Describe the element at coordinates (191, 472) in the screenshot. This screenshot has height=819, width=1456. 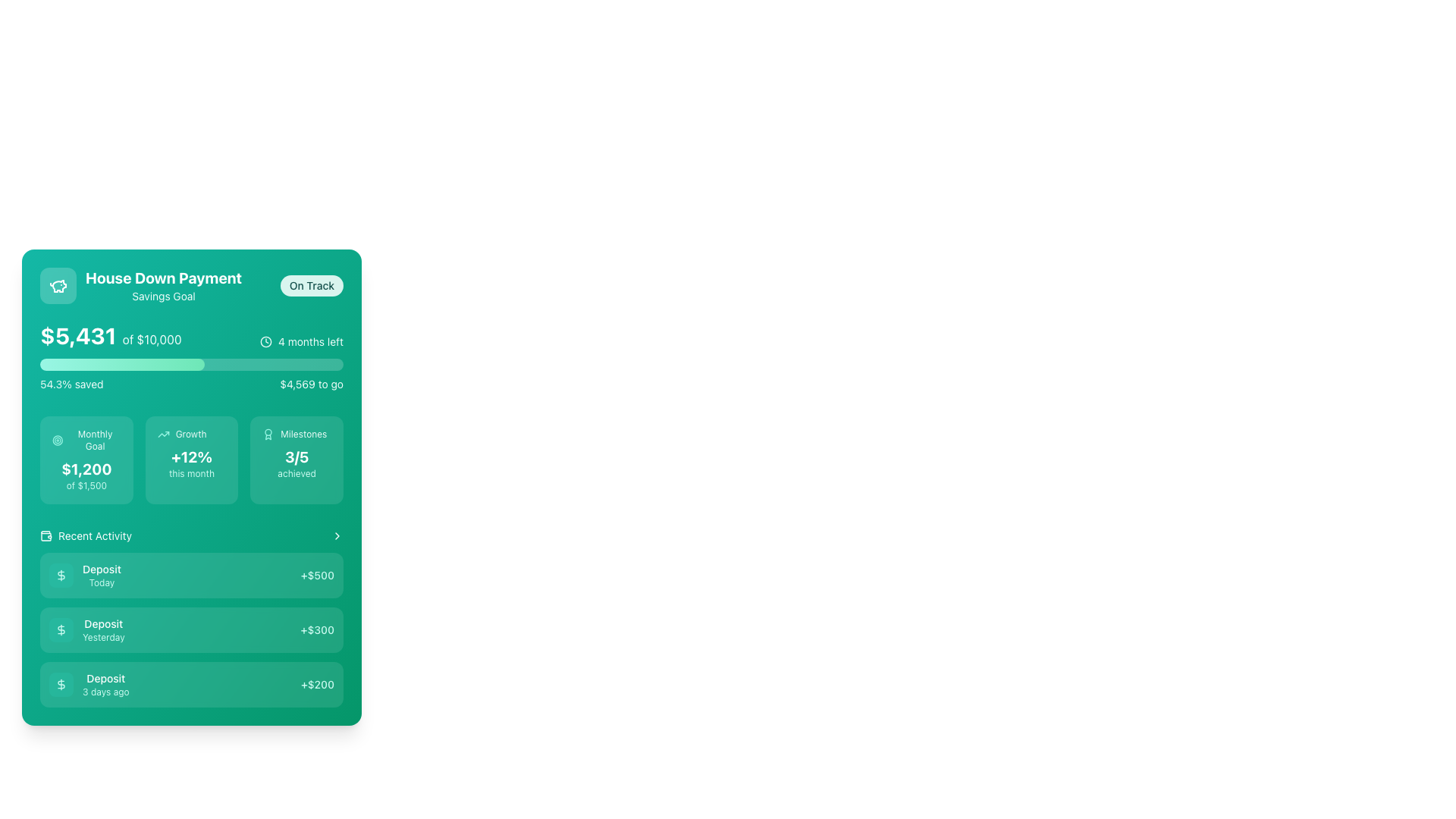
I see `text label displaying 'this month' which is centrally positioned below the '+12%' text in the 'Growth' card` at that location.